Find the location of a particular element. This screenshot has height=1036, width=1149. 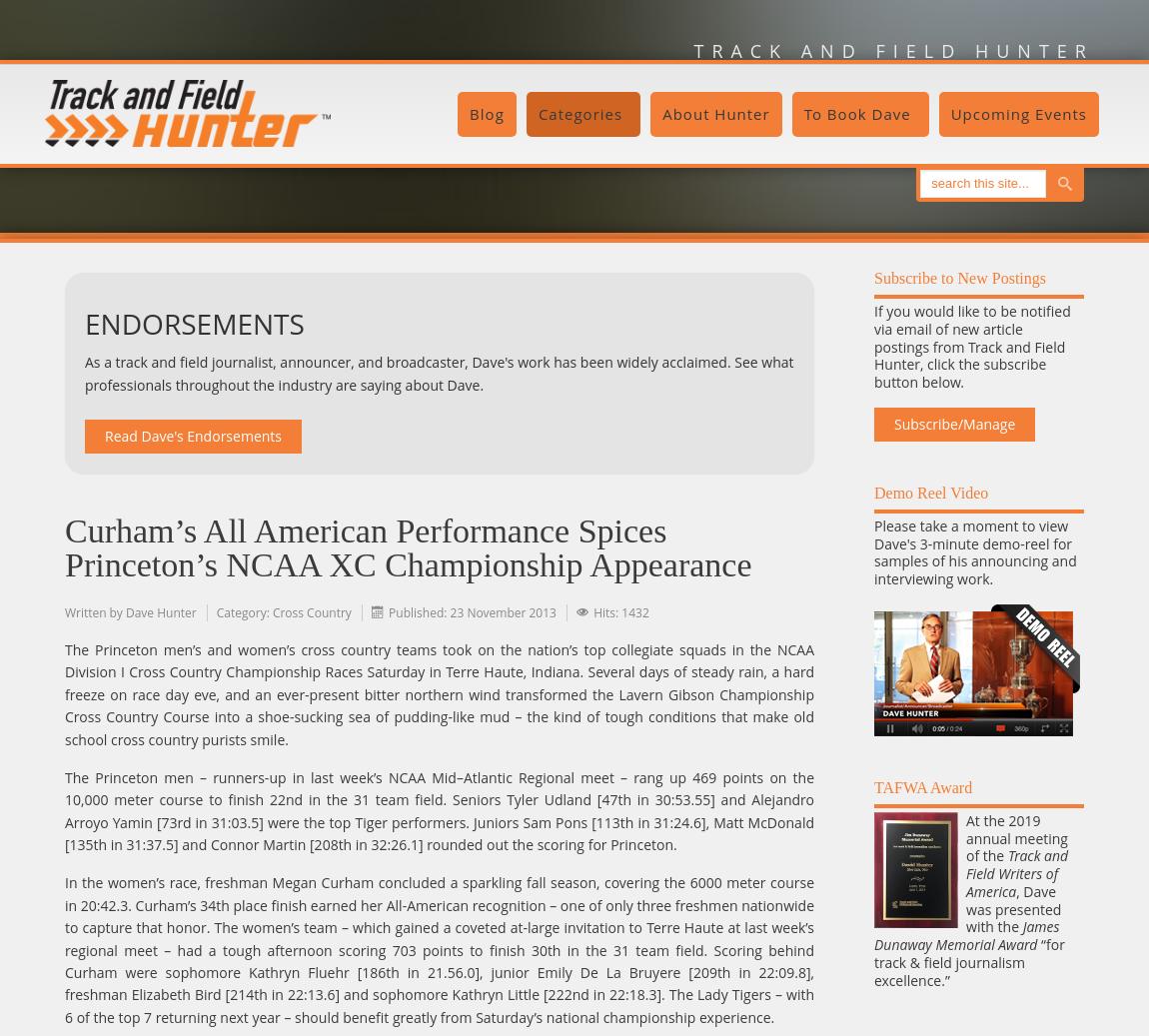

'Cross Country' is located at coordinates (311, 611).